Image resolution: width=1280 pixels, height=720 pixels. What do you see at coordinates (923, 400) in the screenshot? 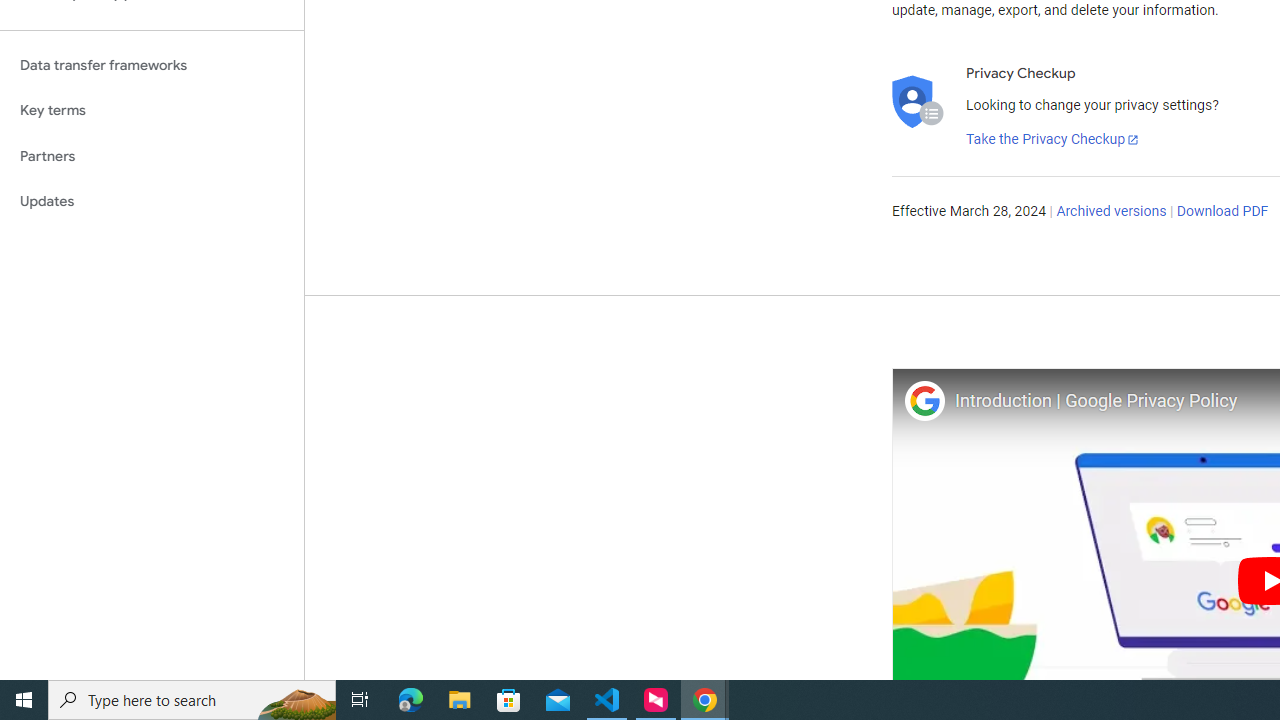
I see `'Photo image of Google'` at bounding box center [923, 400].